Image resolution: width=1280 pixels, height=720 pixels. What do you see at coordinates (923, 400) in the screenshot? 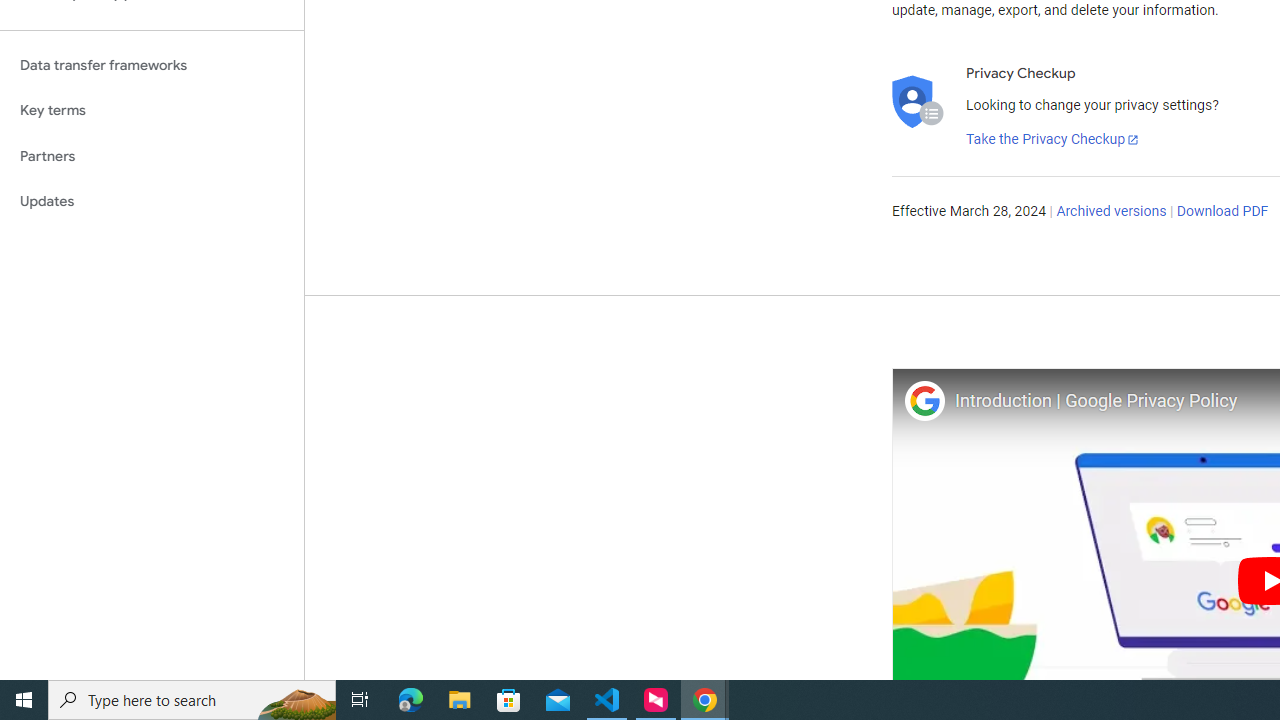
I see `'Photo image of Google'` at bounding box center [923, 400].